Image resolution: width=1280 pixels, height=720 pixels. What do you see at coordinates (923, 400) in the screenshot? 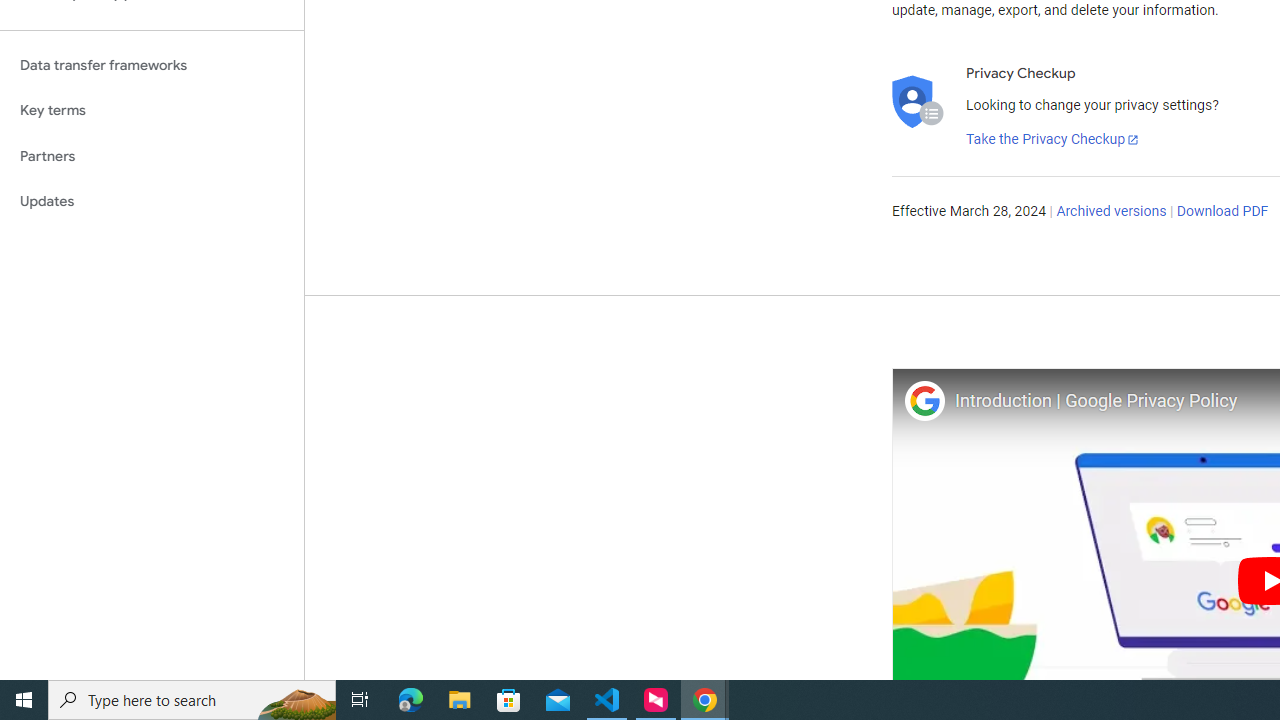
I see `'Photo image of Google'` at bounding box center [923, 400].